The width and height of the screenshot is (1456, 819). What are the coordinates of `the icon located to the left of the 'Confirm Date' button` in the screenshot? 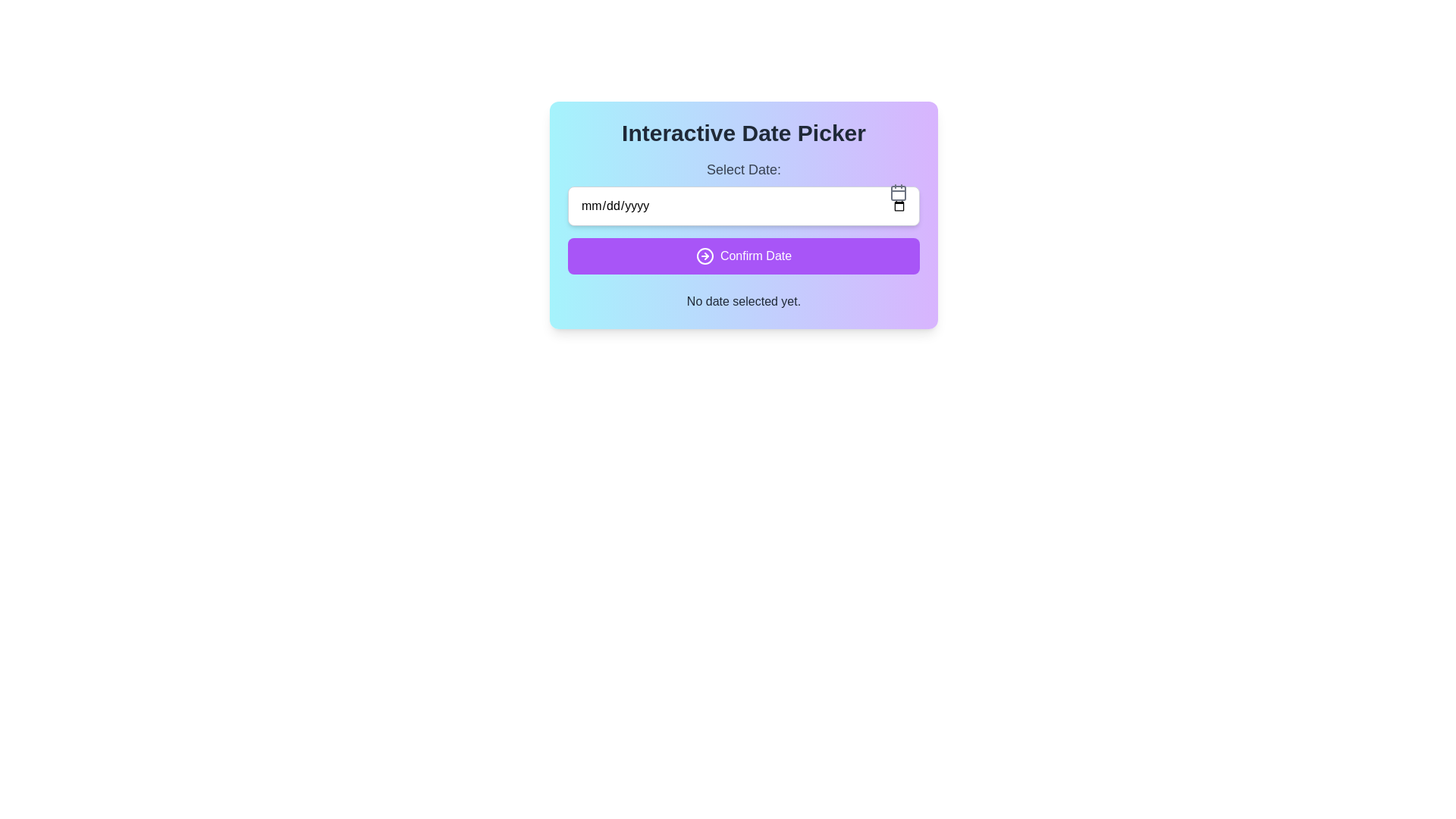 It's located at (704, 256).